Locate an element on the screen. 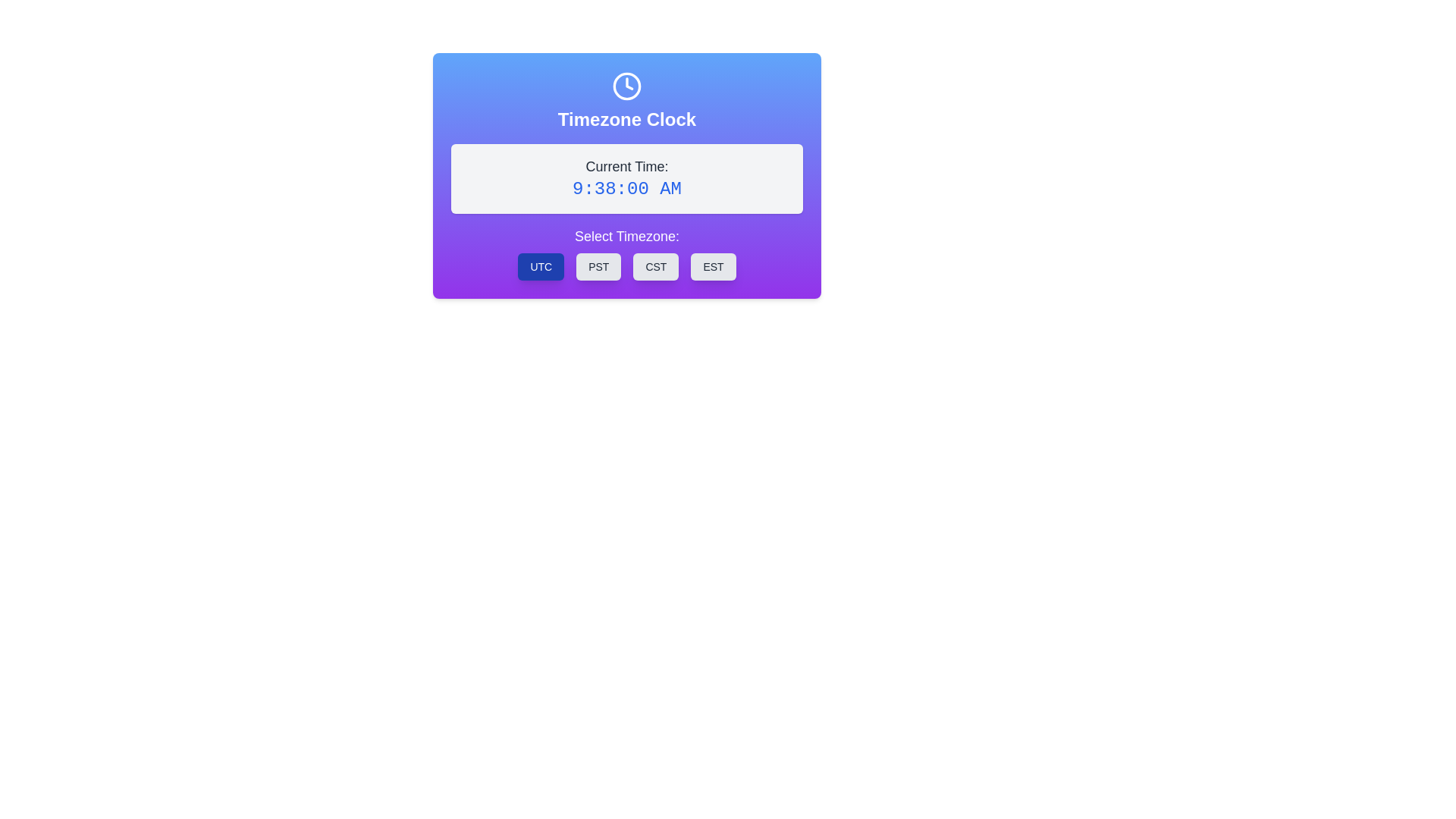  the SVG circle graphic component that represents the clock face, located at the top-center of the panel above the 'Timezone Clock' text is located at coordinates (626, 86).